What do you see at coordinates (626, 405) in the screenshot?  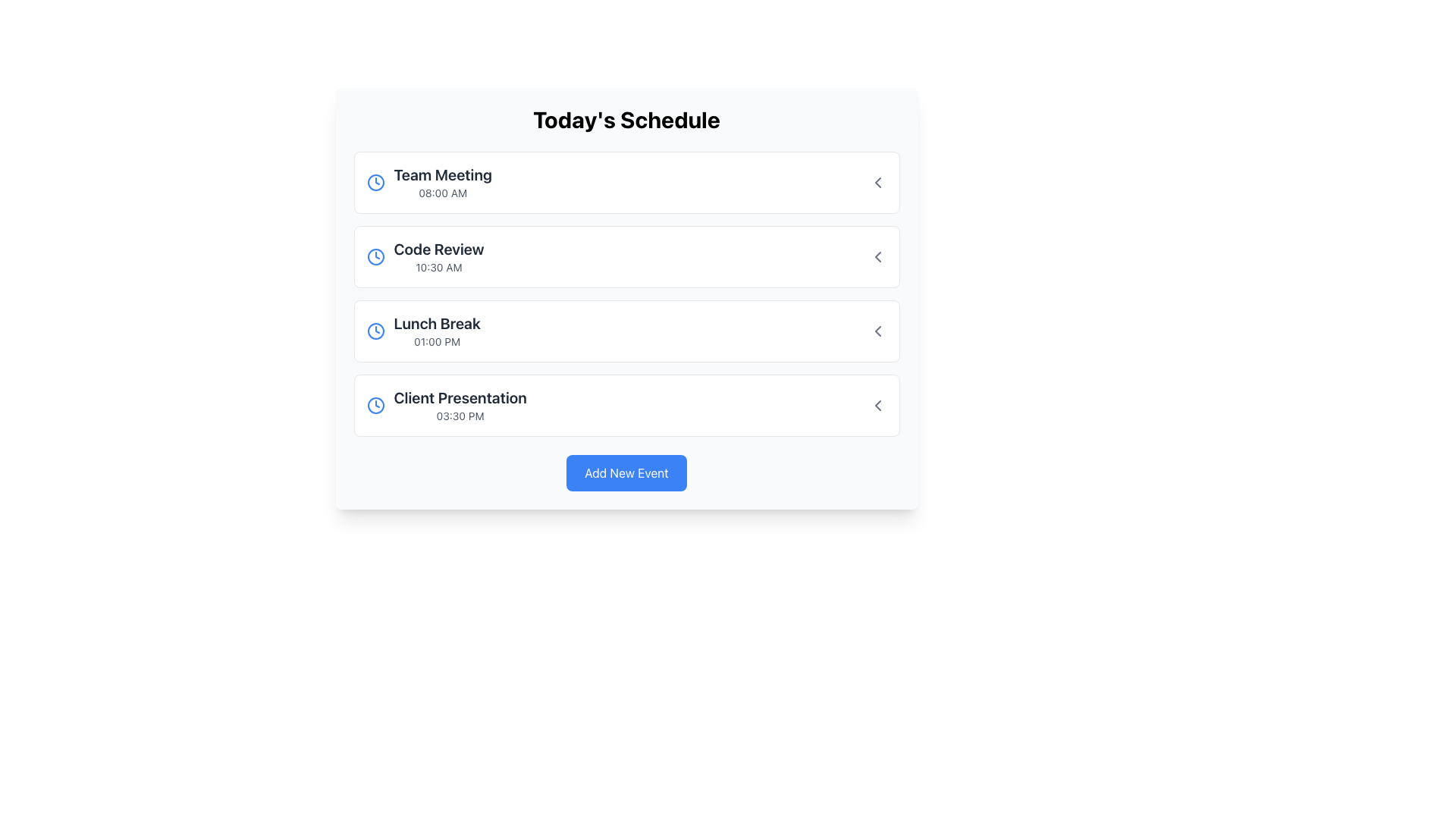 I see `within the 'Client Presentation' list item to interact with it, which contains the title 'Client Presentation' and the time '03:30 PM', and is located in the vertical list of today's schedule` at bounding box center [626, 405].